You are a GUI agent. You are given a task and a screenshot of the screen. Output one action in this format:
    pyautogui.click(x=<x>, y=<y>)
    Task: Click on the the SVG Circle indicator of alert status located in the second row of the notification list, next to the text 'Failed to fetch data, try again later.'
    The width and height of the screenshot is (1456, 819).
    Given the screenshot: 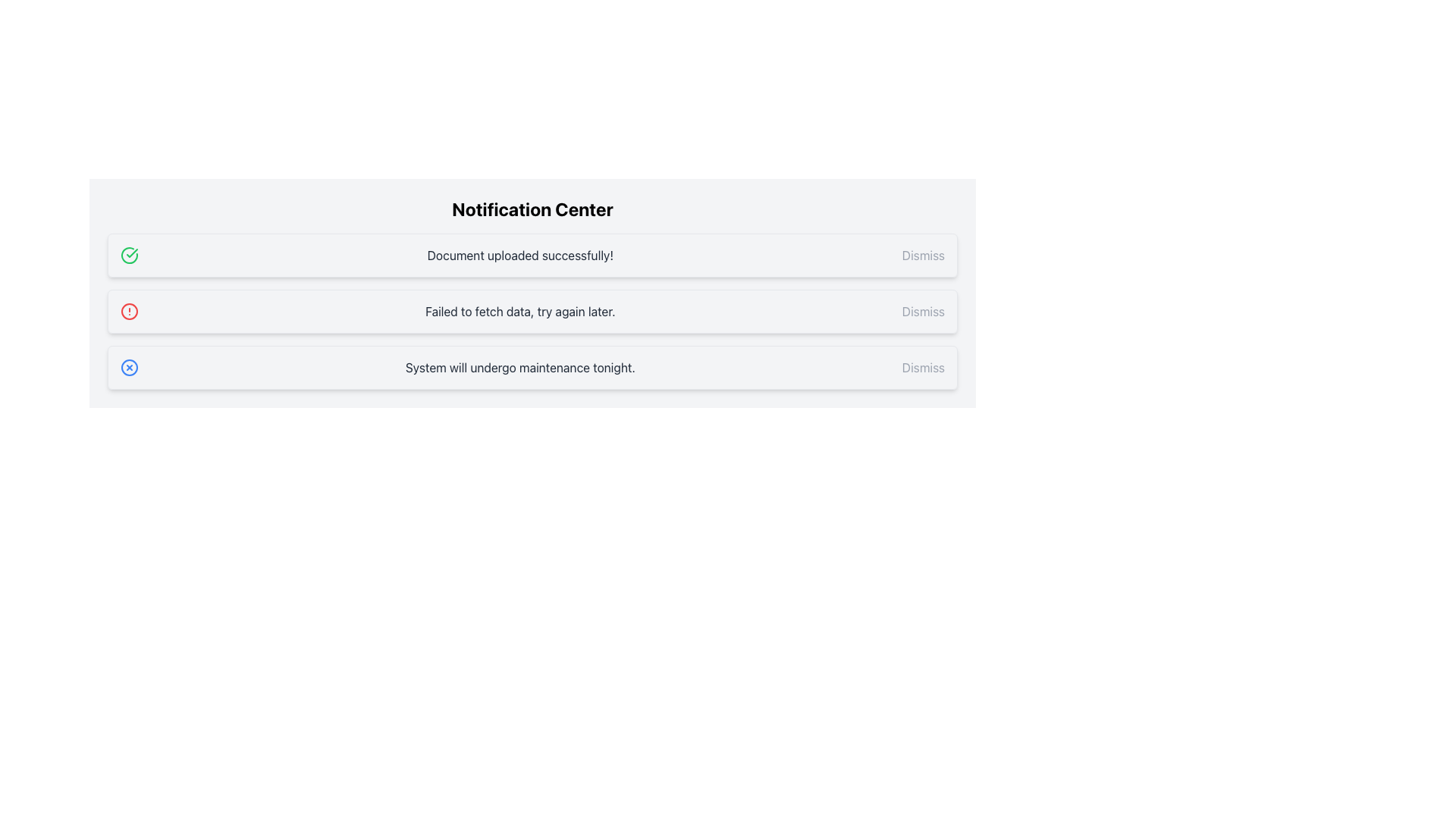 What is the action you would take?
    pyautogui.click(x=130, y=311)
    